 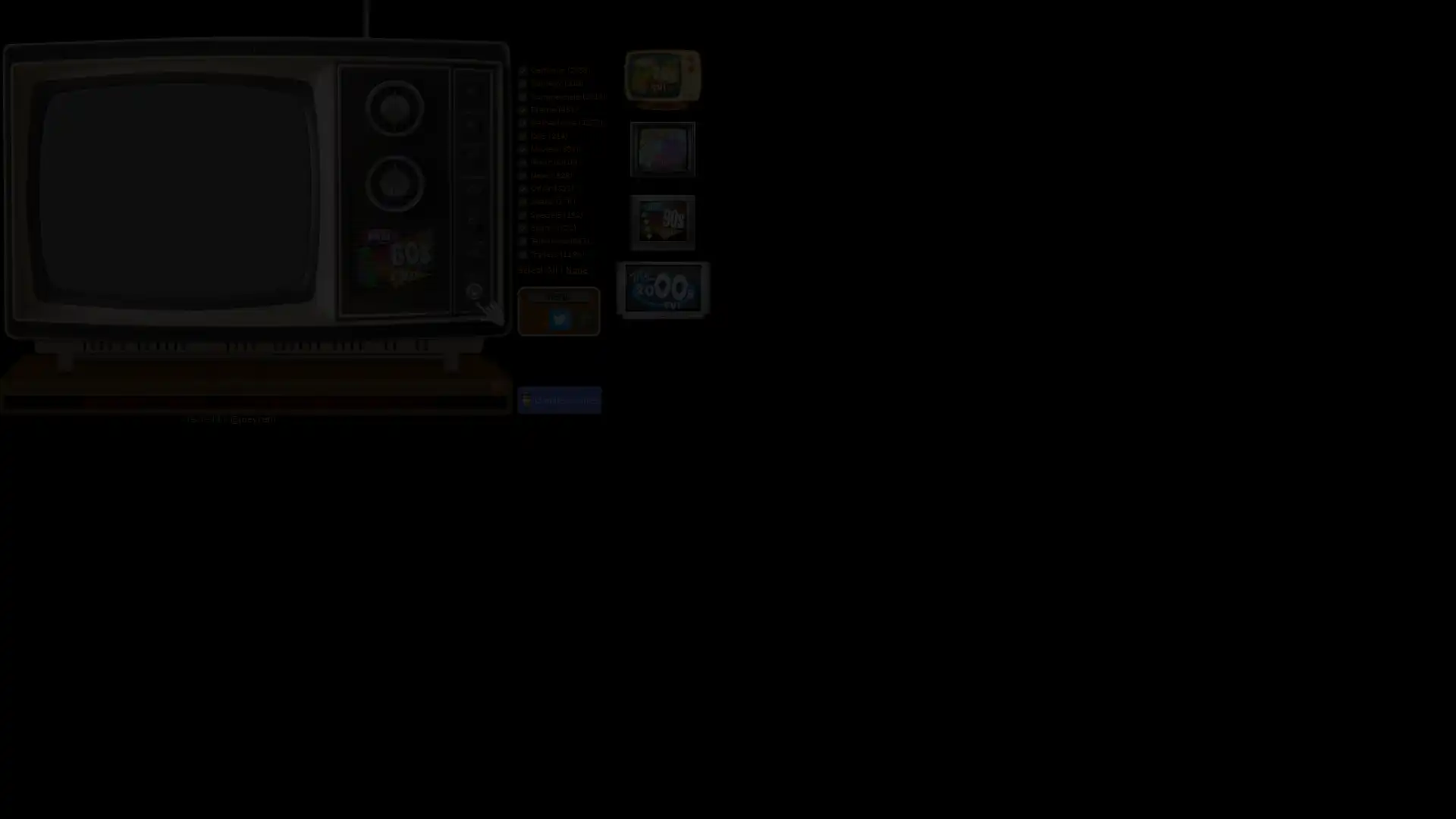 What do you see at coordinates (557, 296) in the screenshot?
I see `MENU` at bounding box center [557, 296].